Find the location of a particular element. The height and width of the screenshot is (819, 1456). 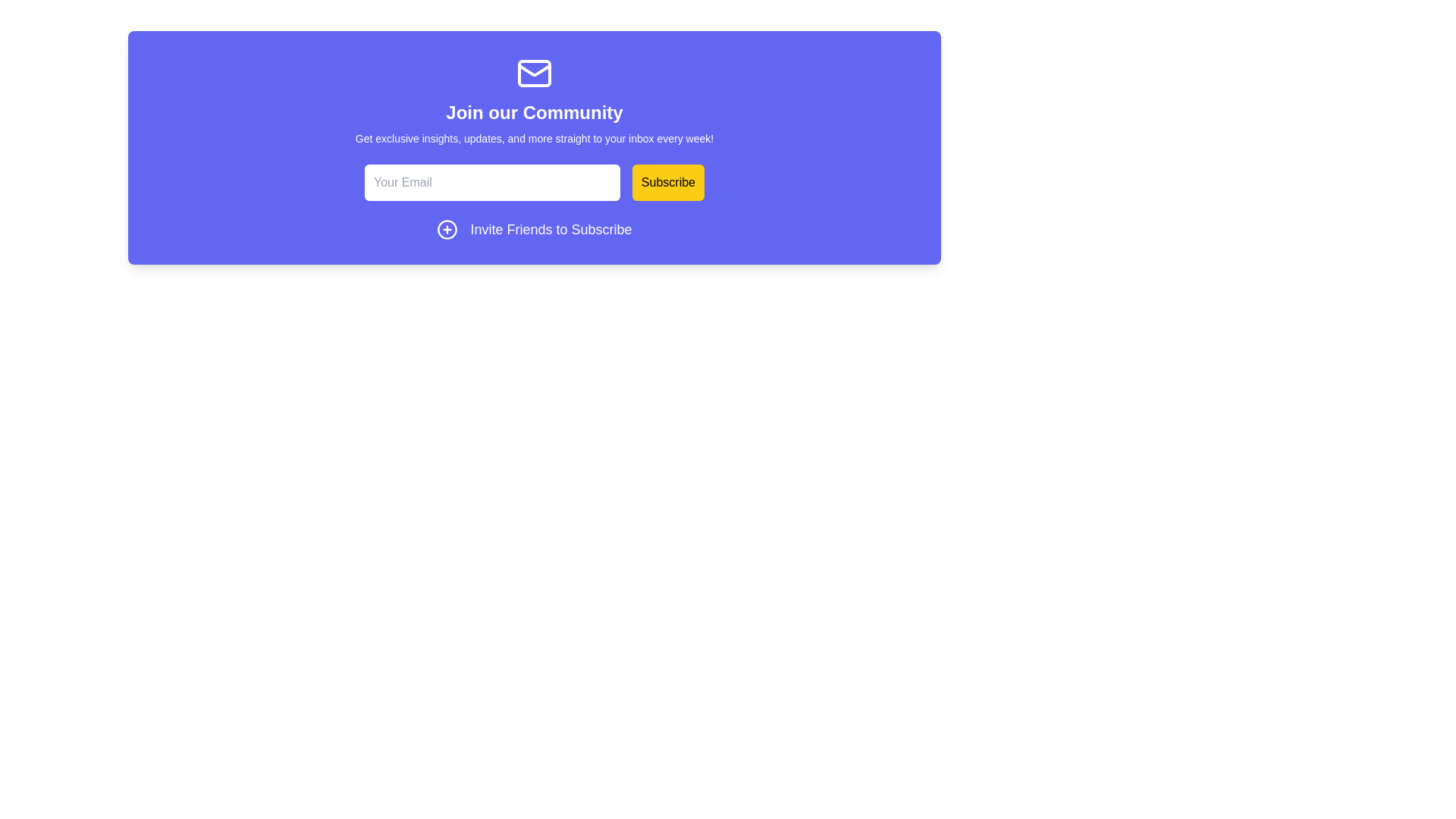

the text element reading 'Get exclusive insights, updates, and more straight to your inbox every week!' which is positioned below the 'Join our Community' text and above the email input field is located at coordinates (535, 138).